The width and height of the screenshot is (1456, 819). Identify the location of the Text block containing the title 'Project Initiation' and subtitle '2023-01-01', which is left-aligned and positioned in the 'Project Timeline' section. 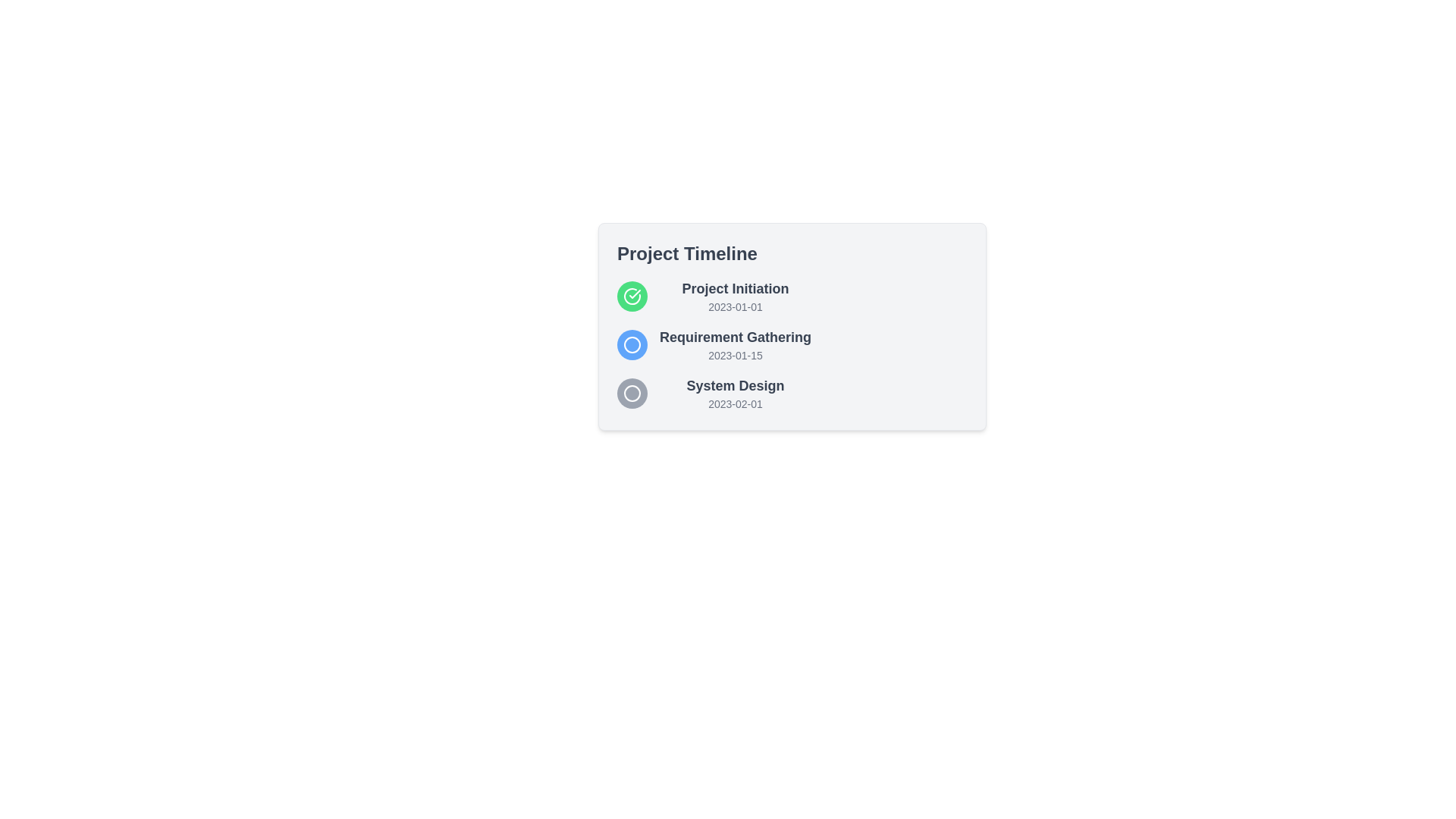
(735, 296).